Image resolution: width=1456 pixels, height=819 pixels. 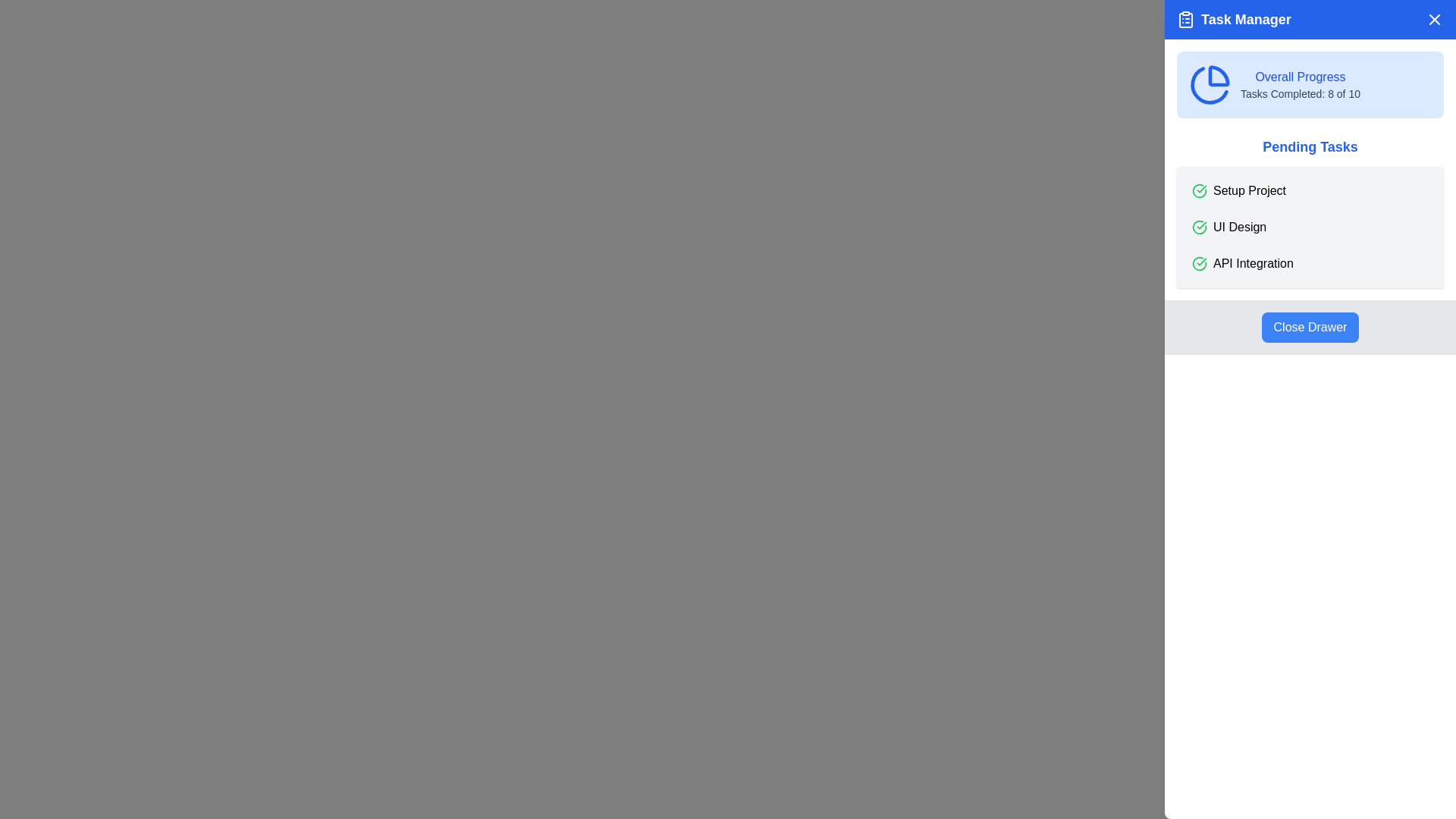 What do you see at coordinates (1199, 227) in the screenshot?
I see `the circular green-bordered icon with a checkmark inside it, representing task completion, located to the left of the 'UI Design' text in the 'Pending Tasks' section of the Task Manager` at bounding box center [1199, 227].